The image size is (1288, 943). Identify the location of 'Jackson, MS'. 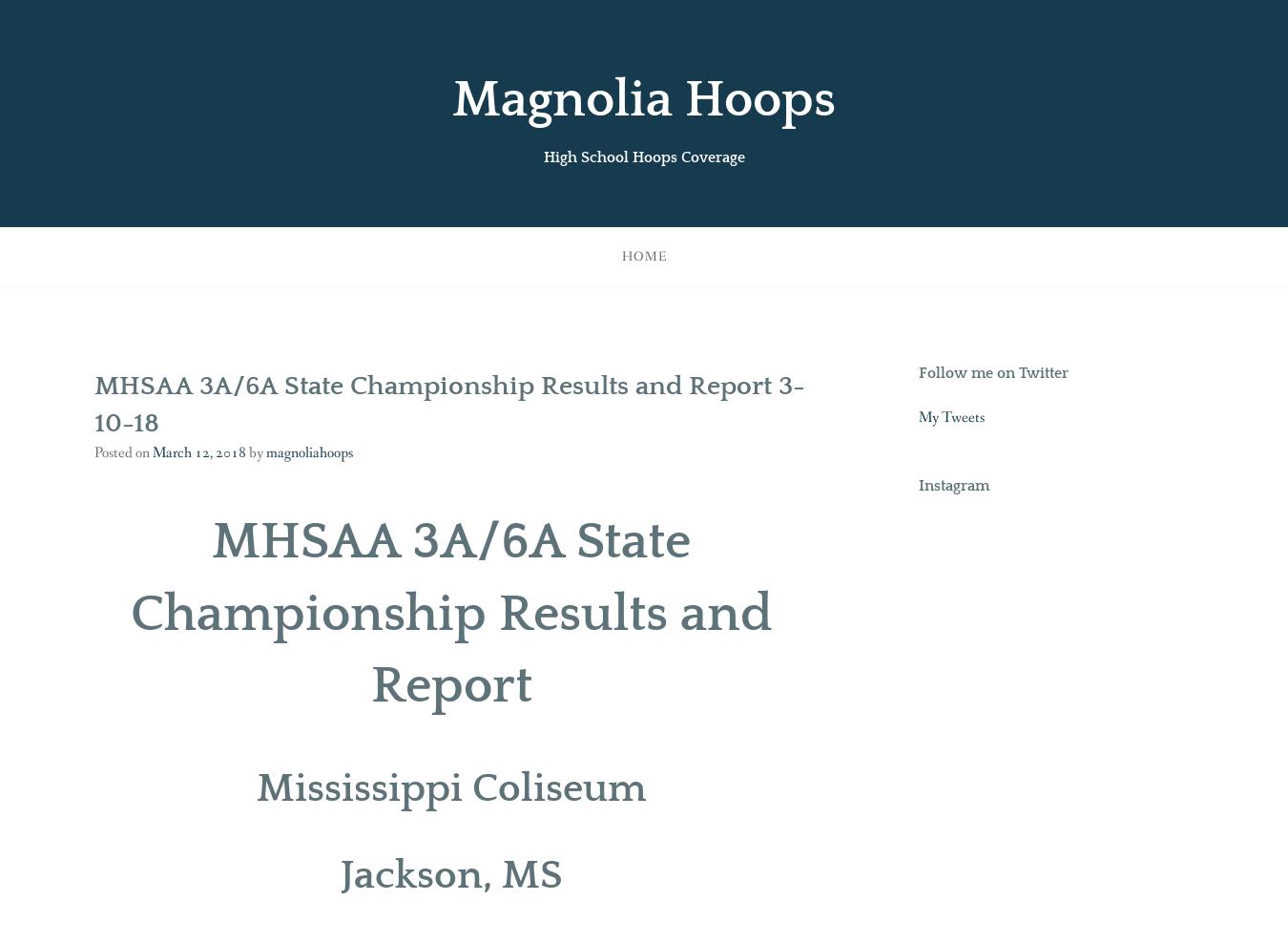
(449, 873).